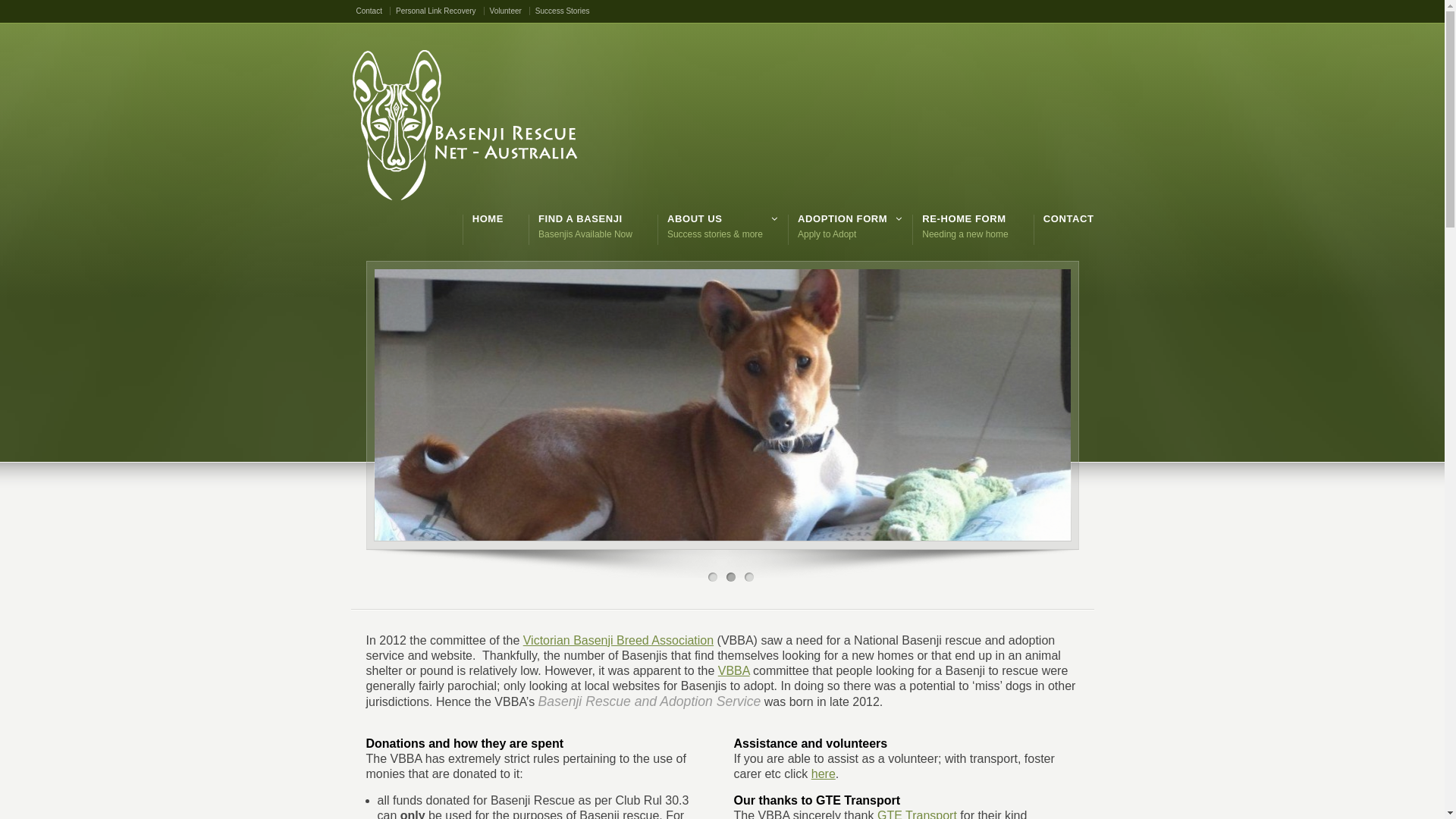 Image resolution: width=1456 pixels, height=819 pixels. What do you see at coordinates (585, 225) in the screenshot?
I see `'FIND A BASENJI` at bounding box center [585, 225].